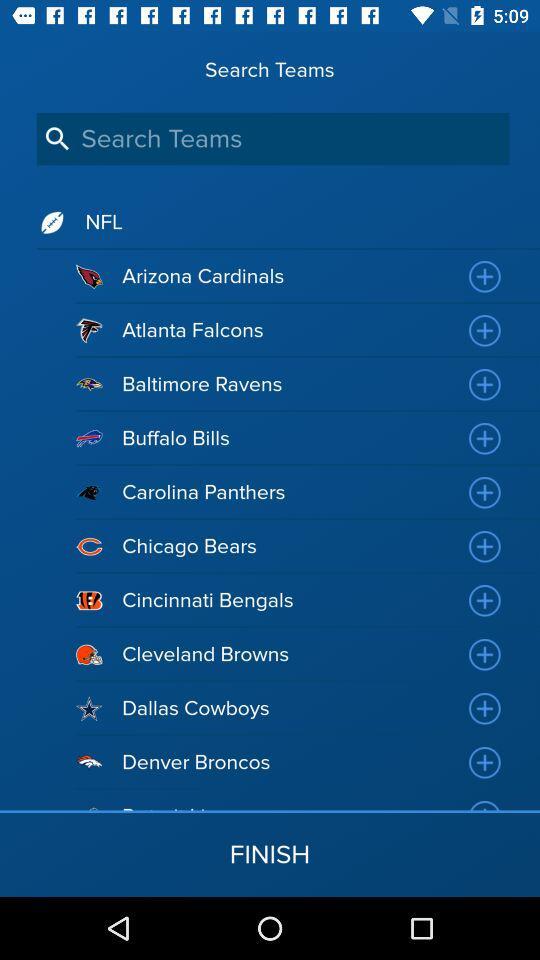 The width and height of the screenshot is (540, 960). What do you see at coordinates (272, 138) in the screenshot?
I see `the icon below search teams icon` at bounding box center [272, 138].